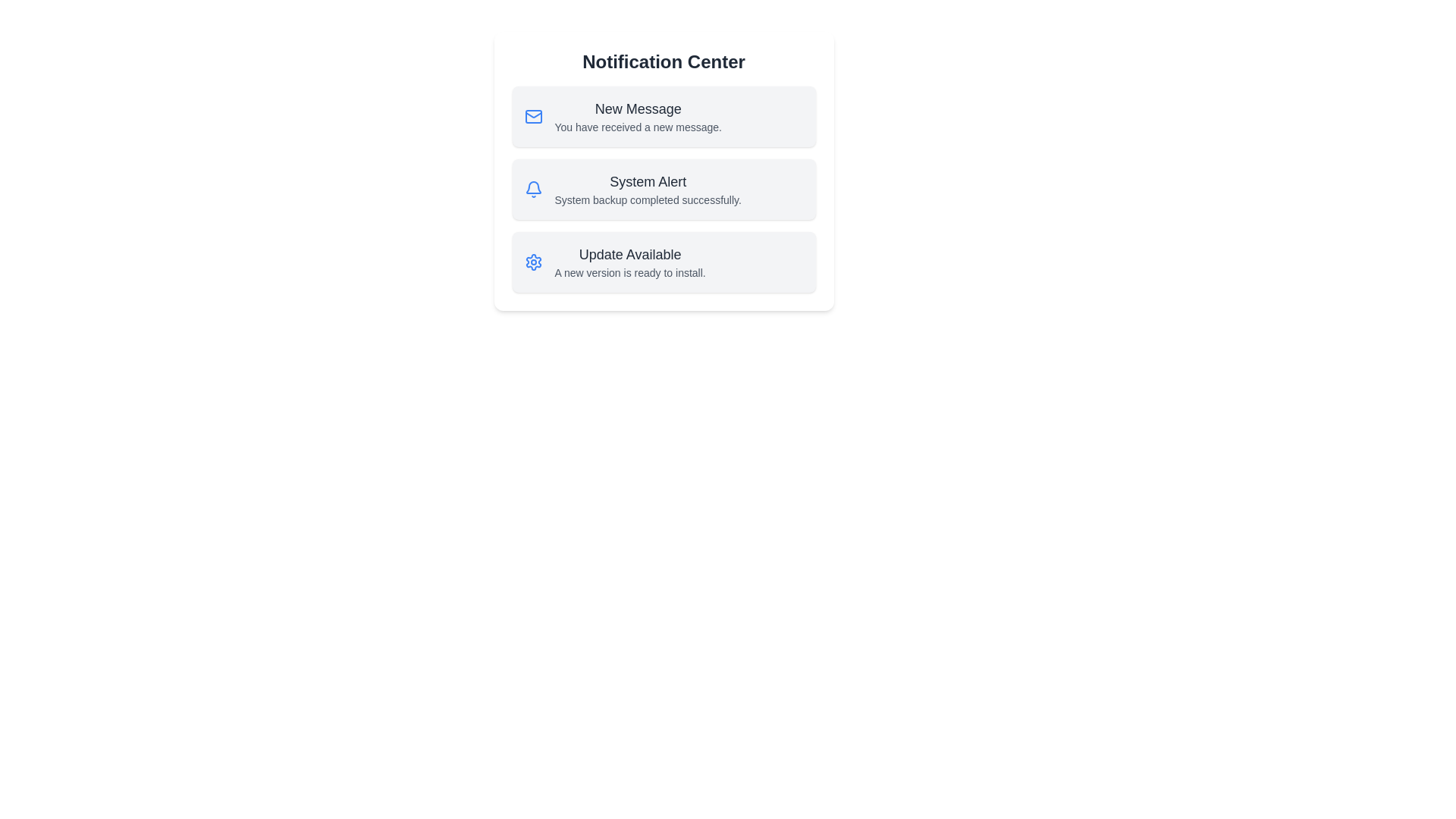 The image size is (1456, 819). Describe the element at coordinates (664, 171) in the screenshot. I see `the second notification block in the Notification Center that conveys the message 'System backup completed successfully.'` at that location.